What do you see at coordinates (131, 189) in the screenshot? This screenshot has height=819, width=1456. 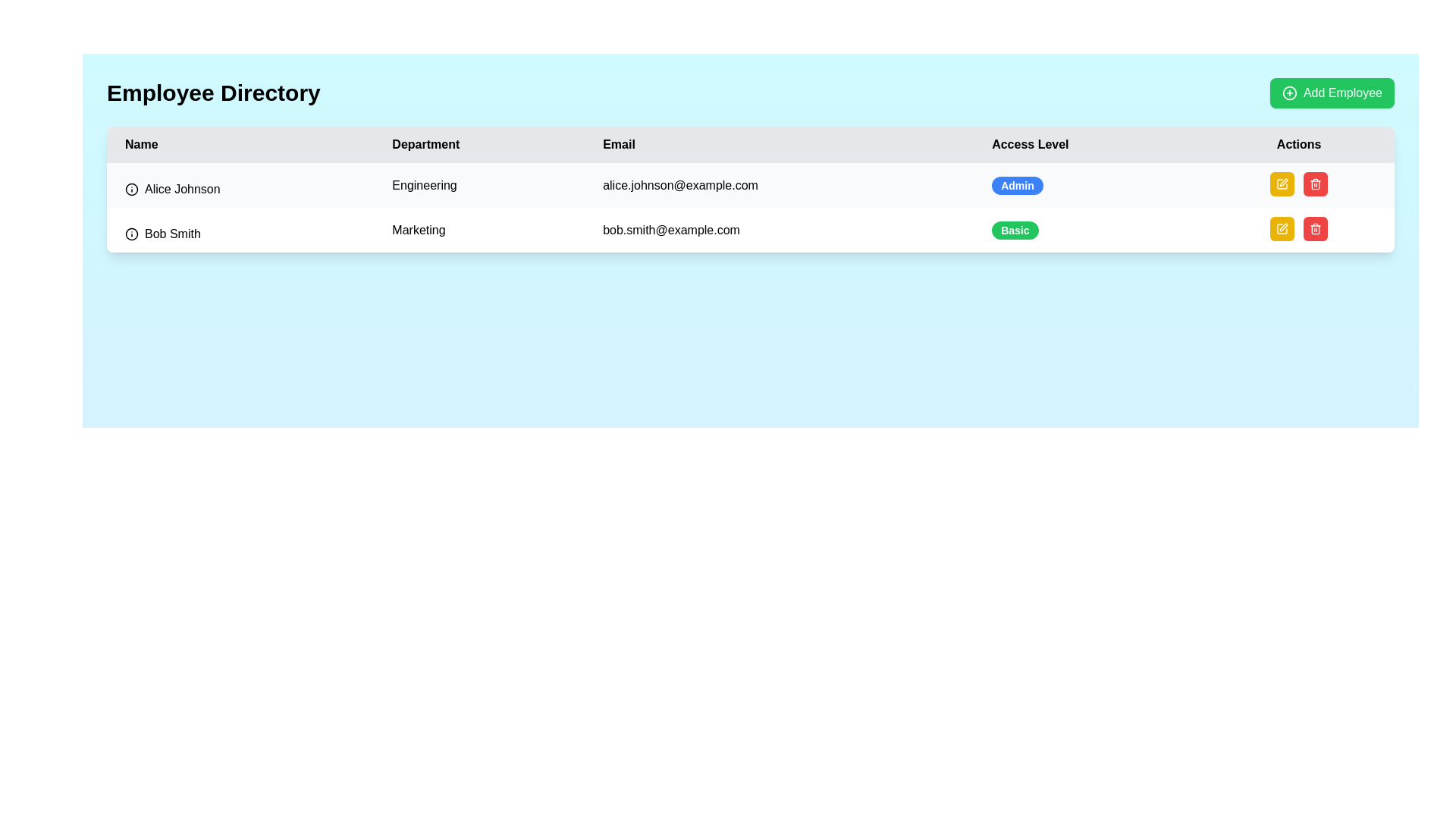 I see `the text 'Alice Johnson' located in the first row of the table under the 'Name' column, ignoring the icon to the immediate left` at bounding box center [131, 189].